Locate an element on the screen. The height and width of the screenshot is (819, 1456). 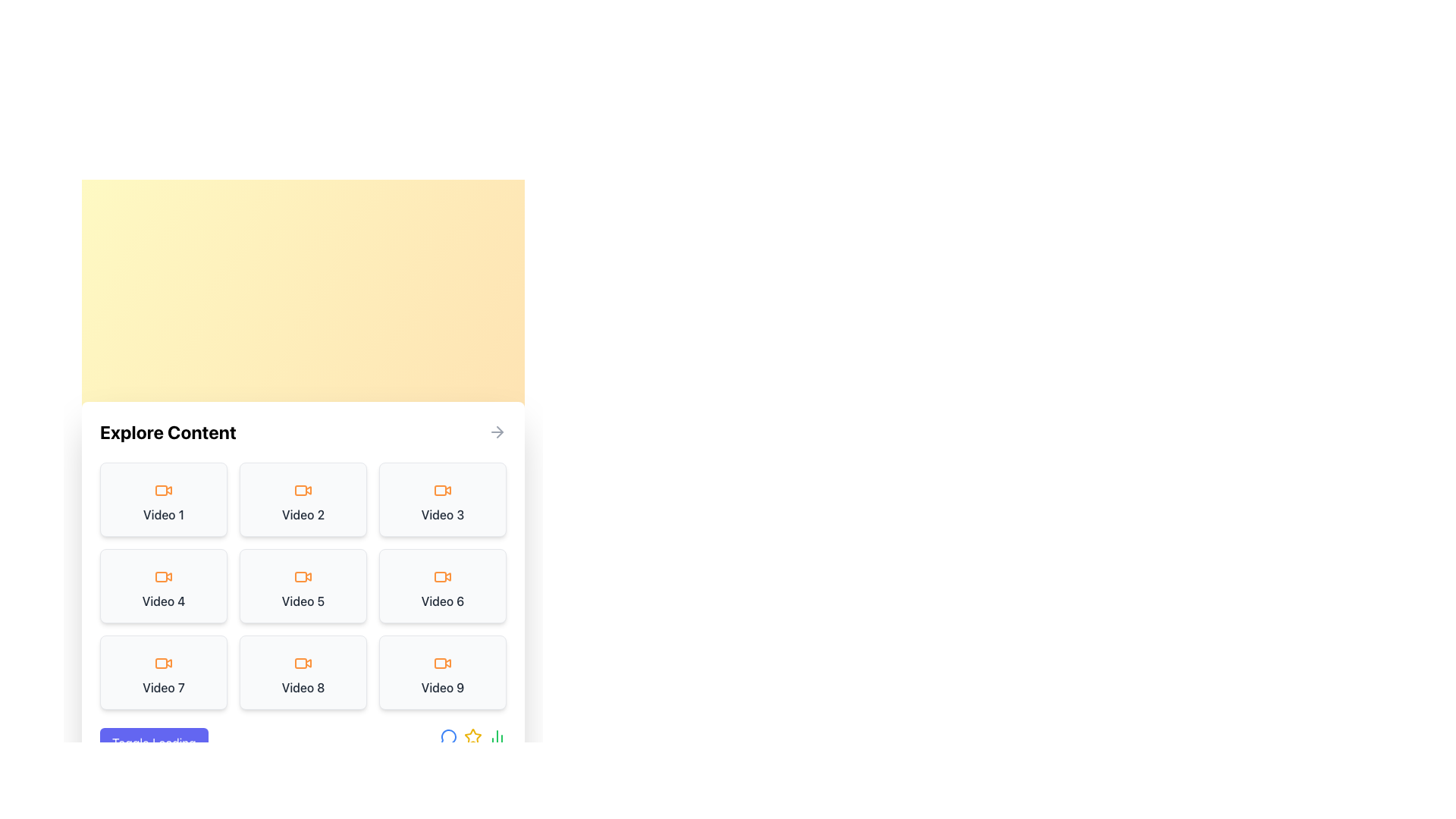
the 'Video 8' button, which is a rectangular button with rounded corners, light gray background, and an orange video icon above the text label in dark gray is located at coordinates (303, 672).